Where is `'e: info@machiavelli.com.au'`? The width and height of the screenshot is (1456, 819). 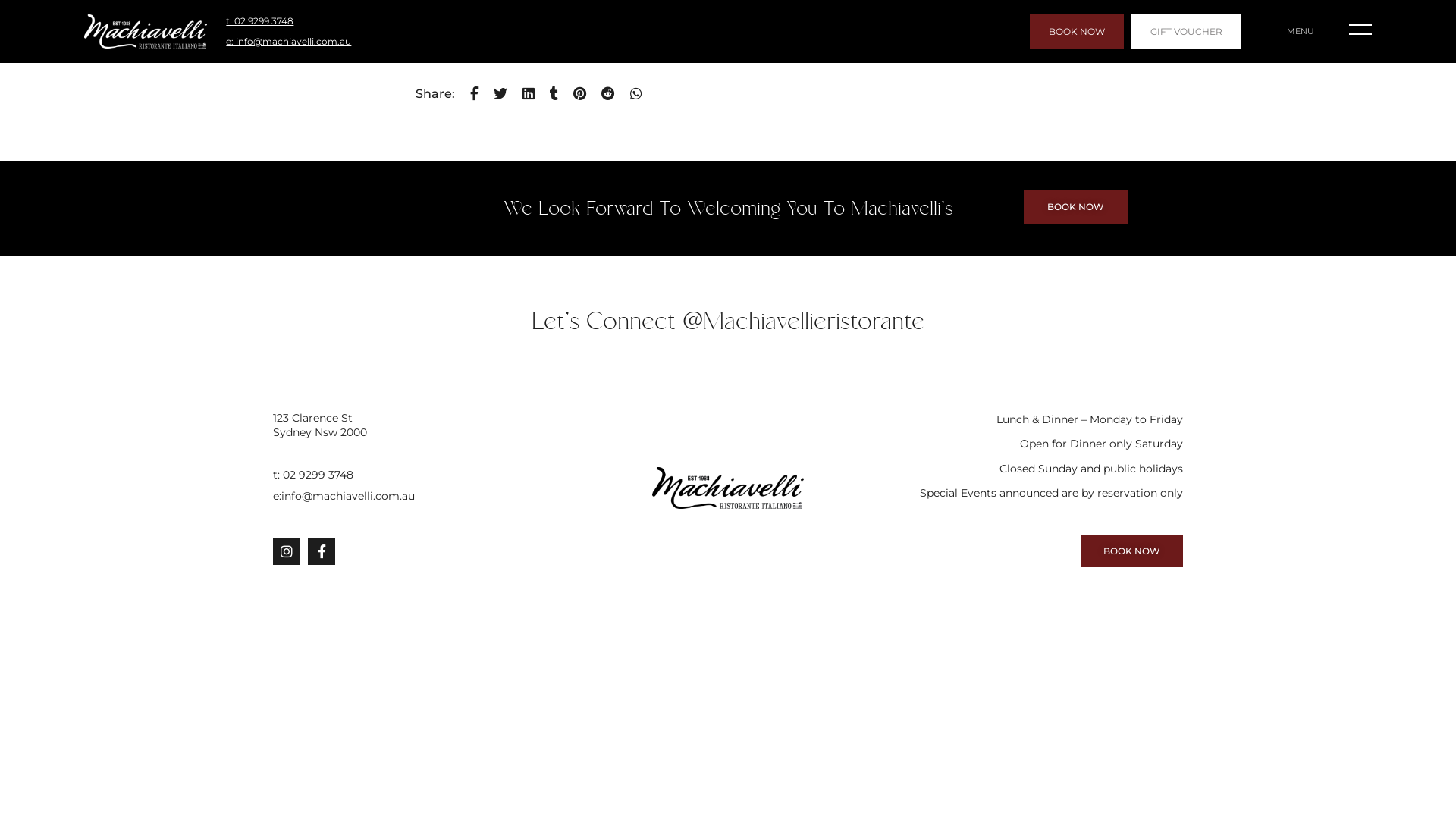
'e: info@machiavelli.com.au' is located at coordinates (288, 41).